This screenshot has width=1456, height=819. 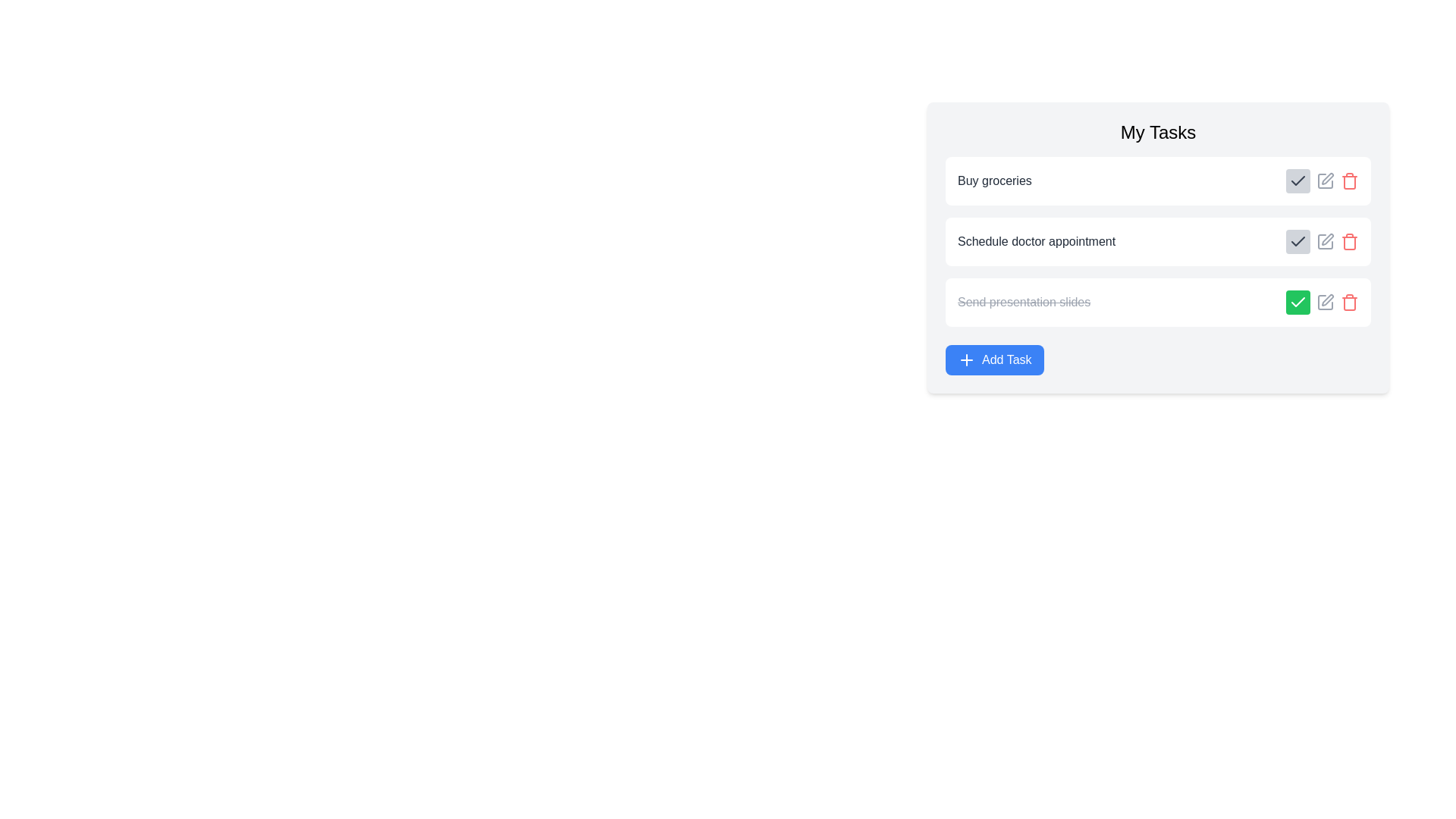 What do you see at coordinates (1350, 180) in the screenshot?
I see `delete button for the task identified by Buy groceries` at bounding box center [1350, 180].